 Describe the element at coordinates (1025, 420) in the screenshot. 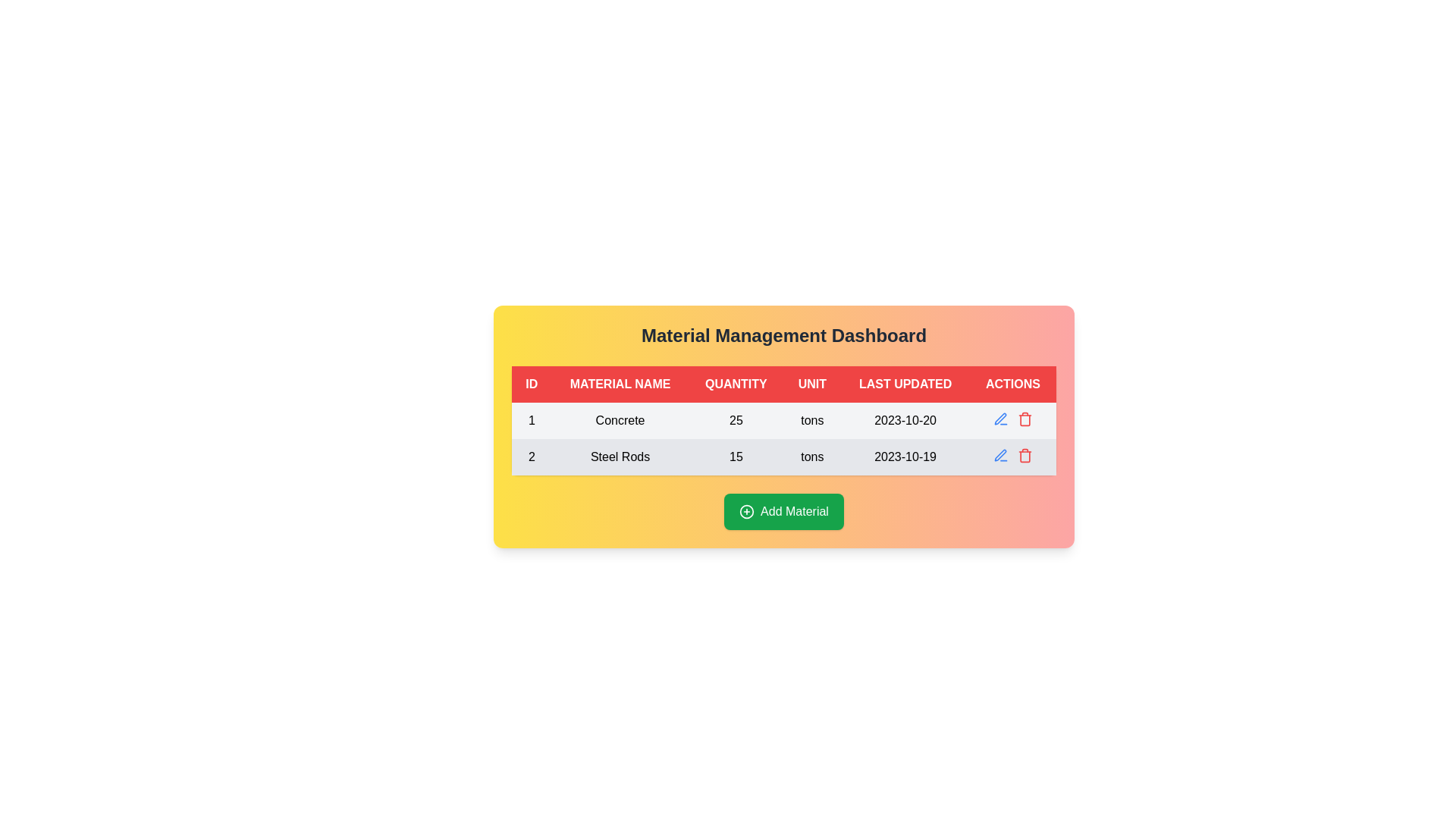

I see `the Trash Can Body icon, which is the middle part of the trash can, located between the top line and the lid` at that location.